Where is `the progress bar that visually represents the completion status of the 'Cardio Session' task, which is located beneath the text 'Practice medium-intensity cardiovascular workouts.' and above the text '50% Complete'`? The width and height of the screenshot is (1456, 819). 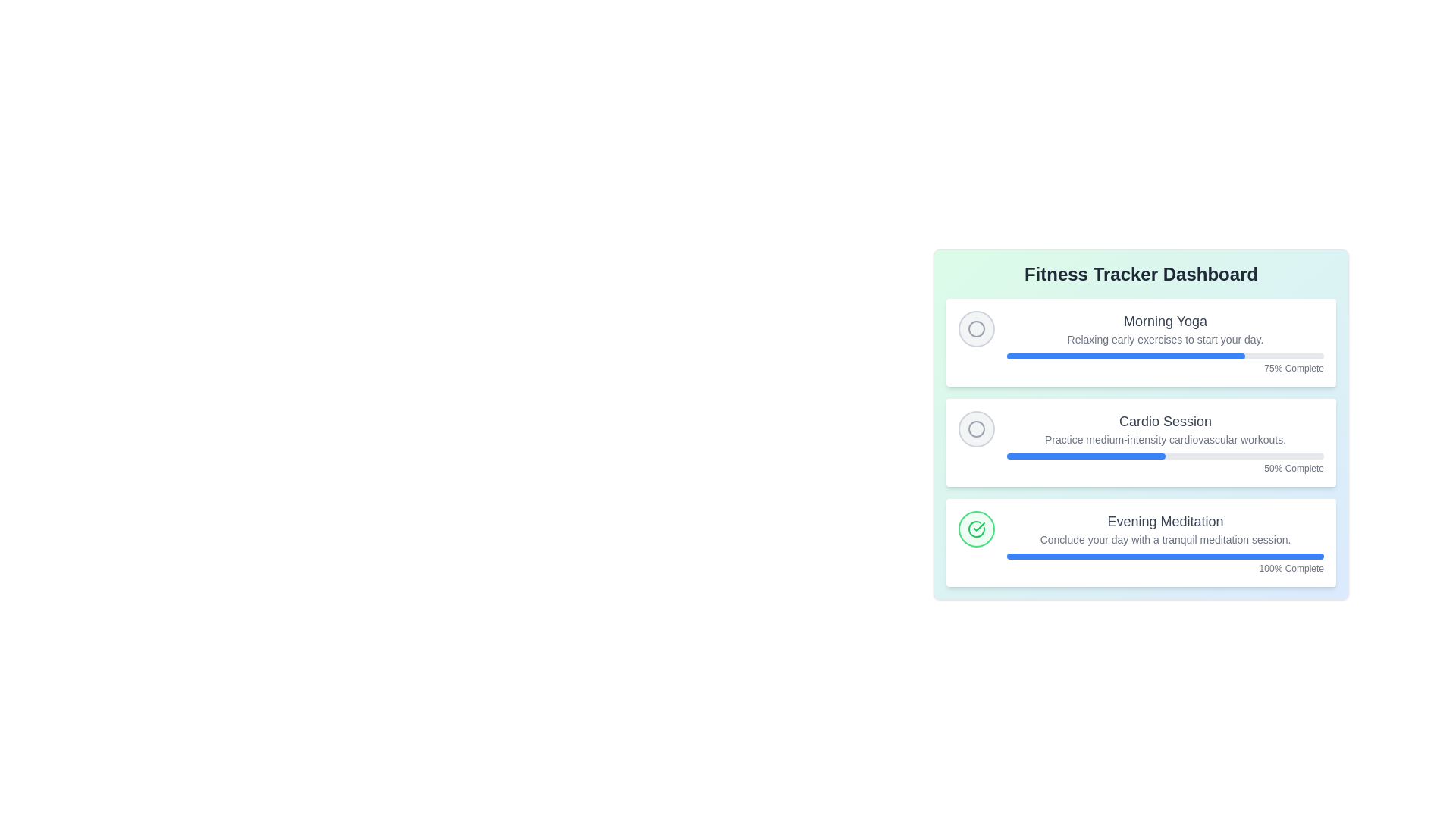 the progress bar that visually represents the completion status of the 'Cardio Session' task, which is located beneath the text 'Practice medium-intensity cardiovascular workouts.' and above the text '50% Complete' is located at coordinates (1164, 455).